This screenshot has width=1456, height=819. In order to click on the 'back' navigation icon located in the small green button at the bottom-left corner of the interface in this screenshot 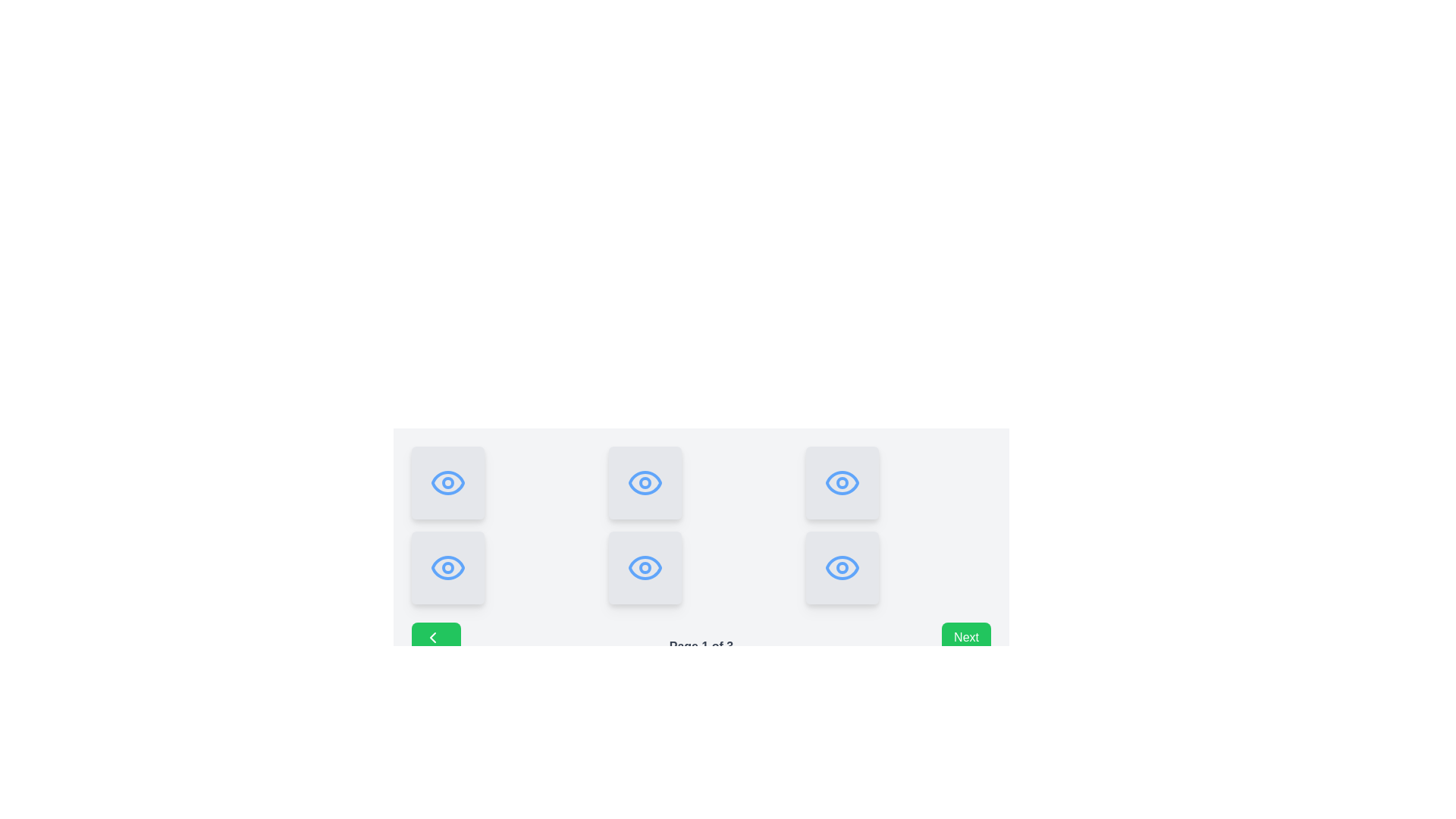, I will do `click(432, 637)`.